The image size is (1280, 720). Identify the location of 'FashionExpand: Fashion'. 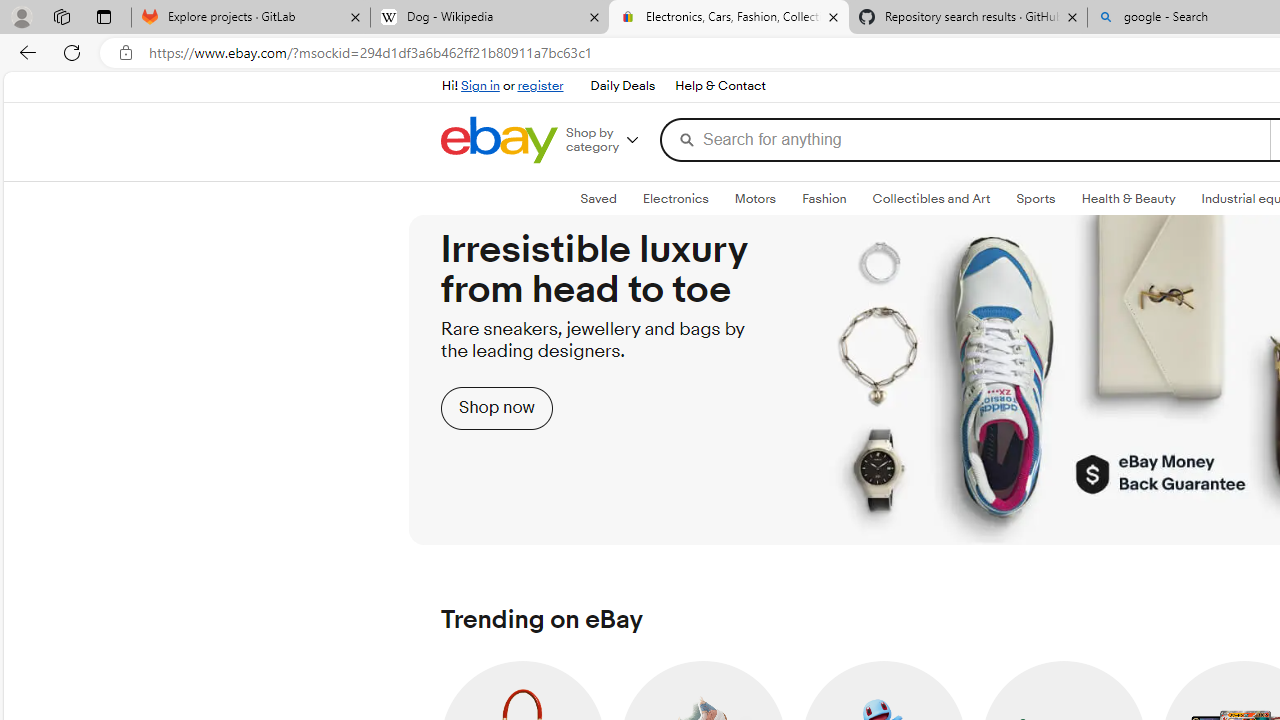
(824, 199).